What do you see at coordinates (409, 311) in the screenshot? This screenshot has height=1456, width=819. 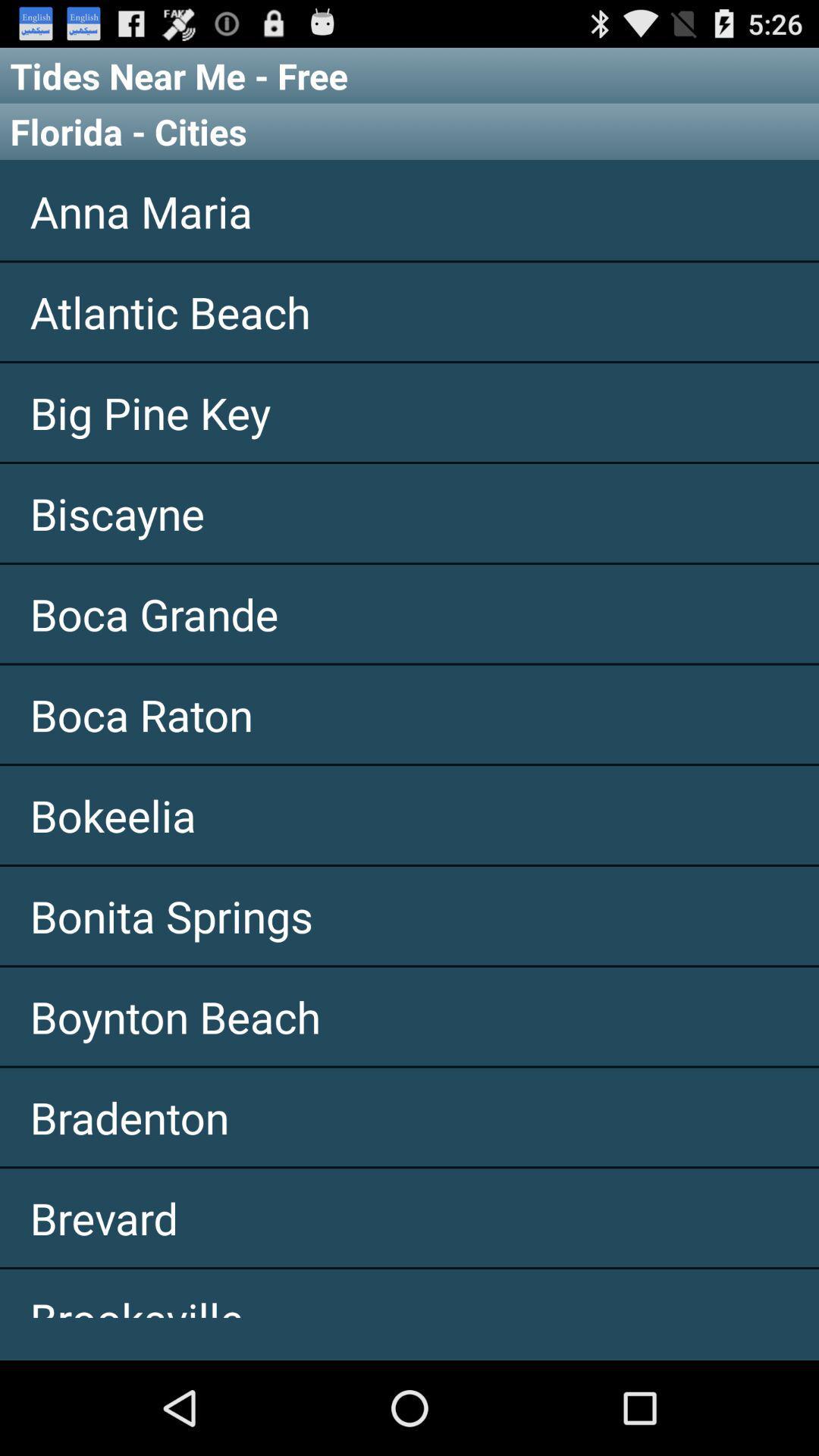 I see `icon below anna maria app` at bounding box center [409, 311].